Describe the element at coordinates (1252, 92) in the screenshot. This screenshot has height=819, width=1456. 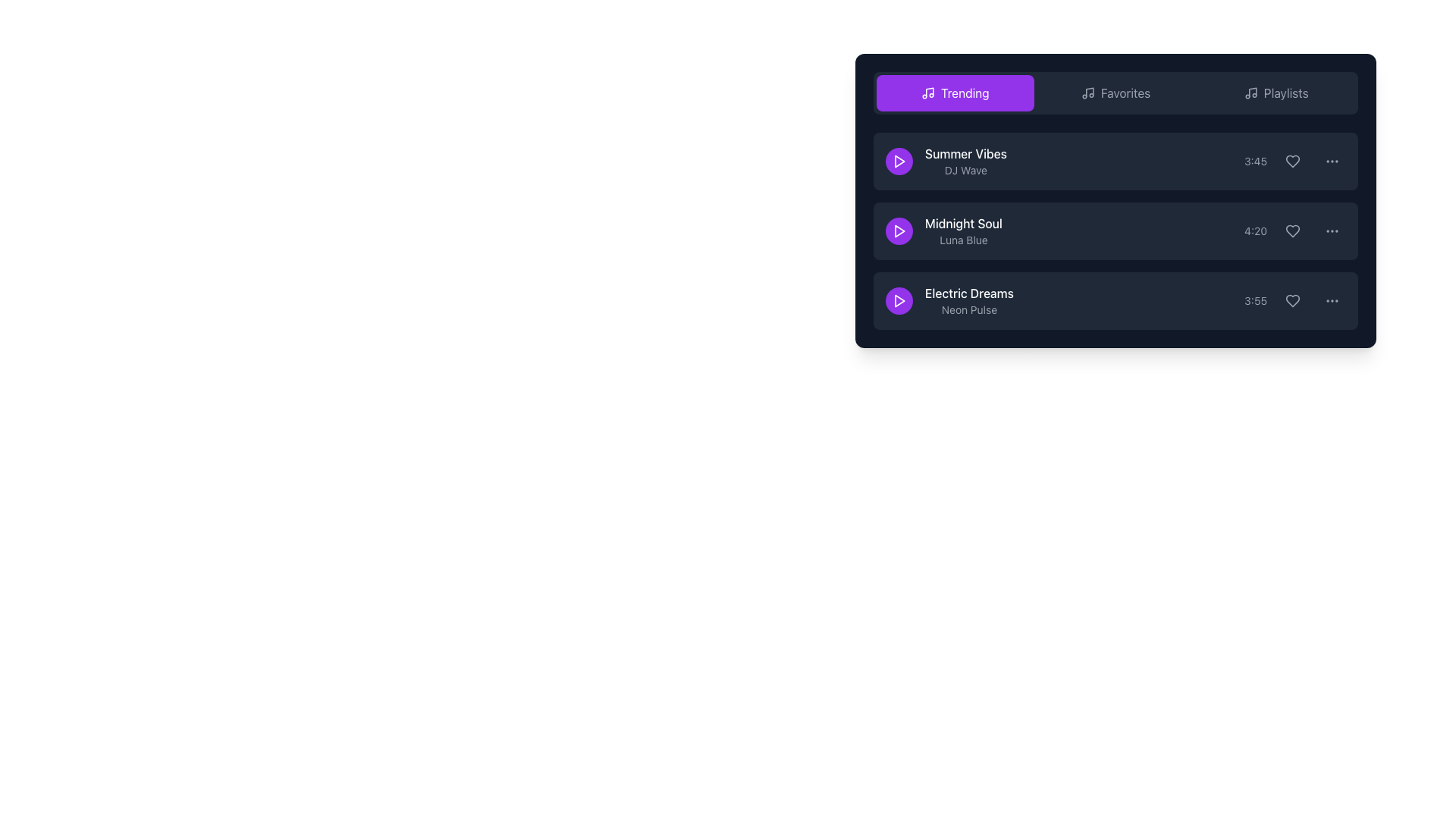
I see `the diagonal line of the musical note icon located within the 'Playlists' tab on the top-right corner of the dark menu bar` at that location.